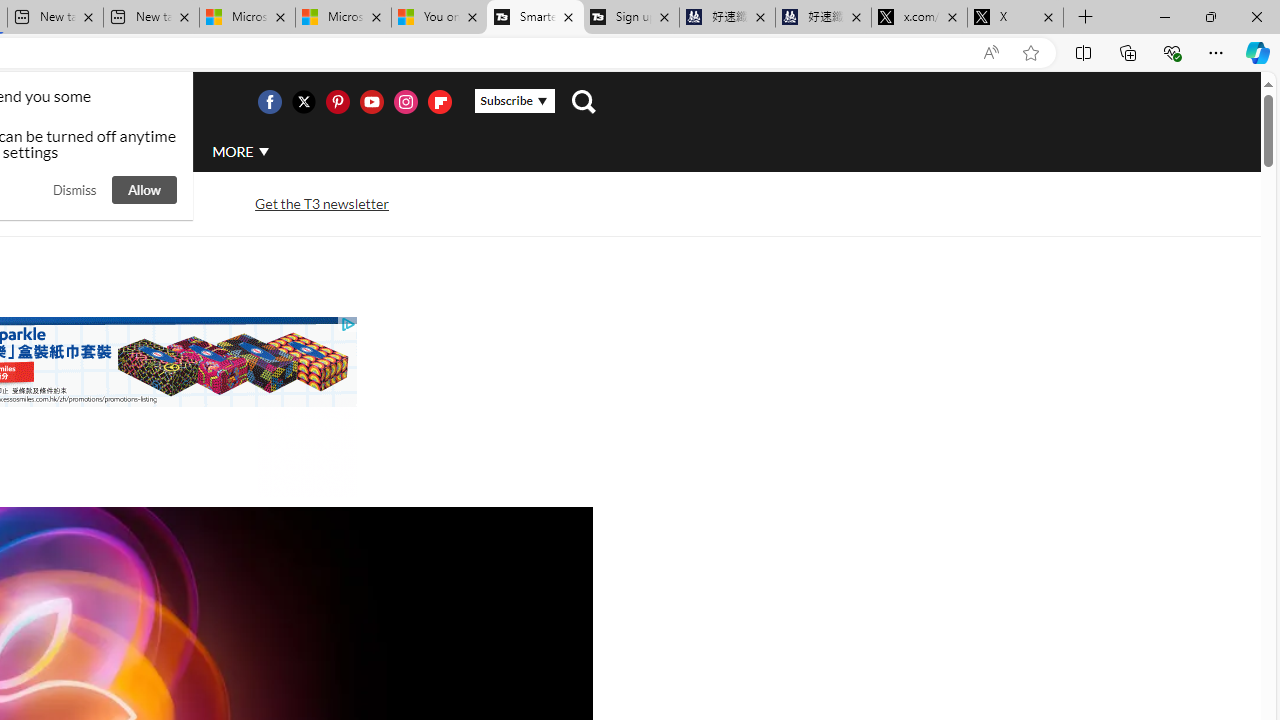  What do you see at coordinates (438, 101) in the screenshot?
I see `'Visit us on Flipboard'` at bounding box center [438, 101].